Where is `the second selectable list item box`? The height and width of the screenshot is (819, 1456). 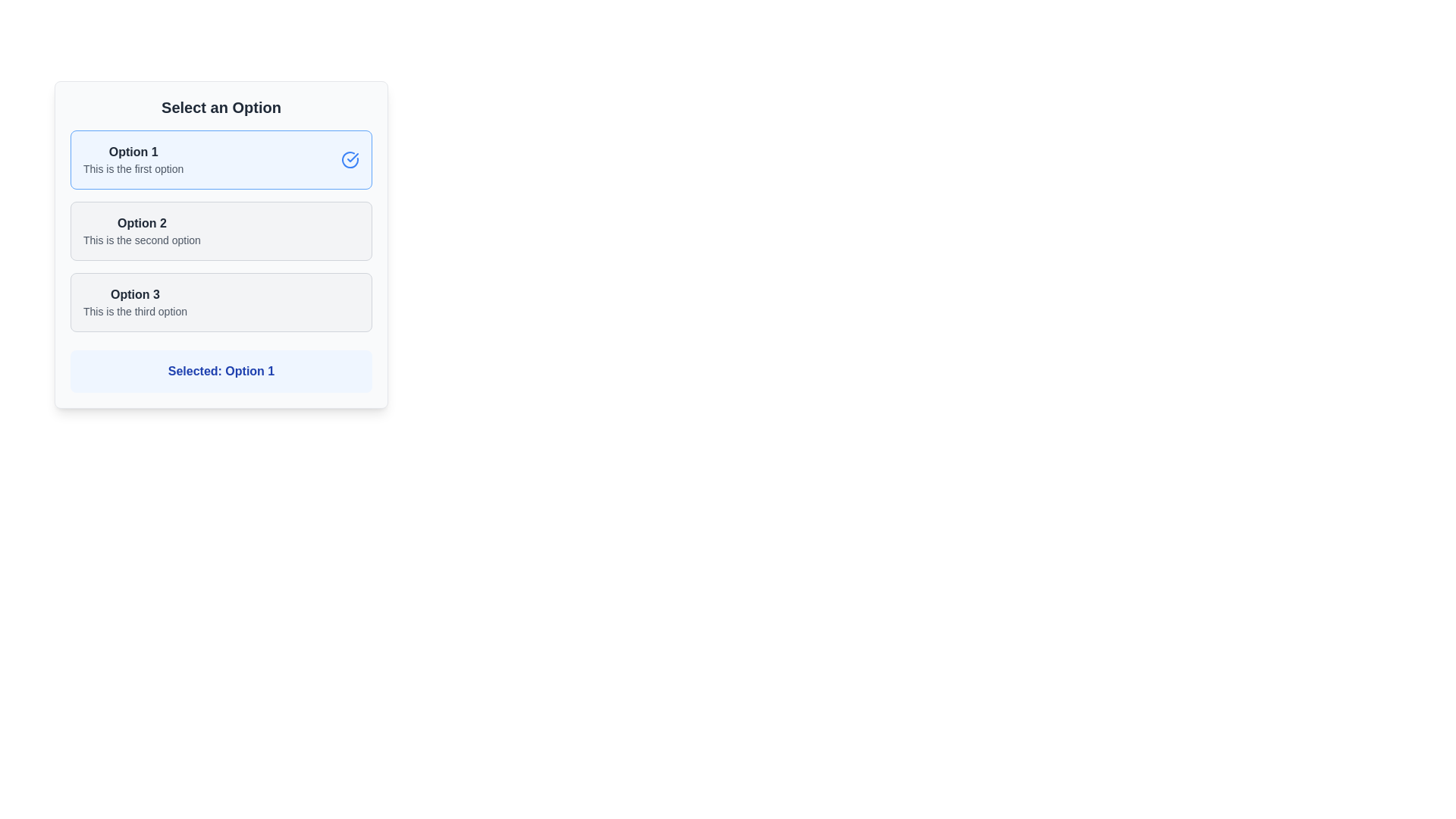 the second selectable list item box is located at coordinates (221, 244).